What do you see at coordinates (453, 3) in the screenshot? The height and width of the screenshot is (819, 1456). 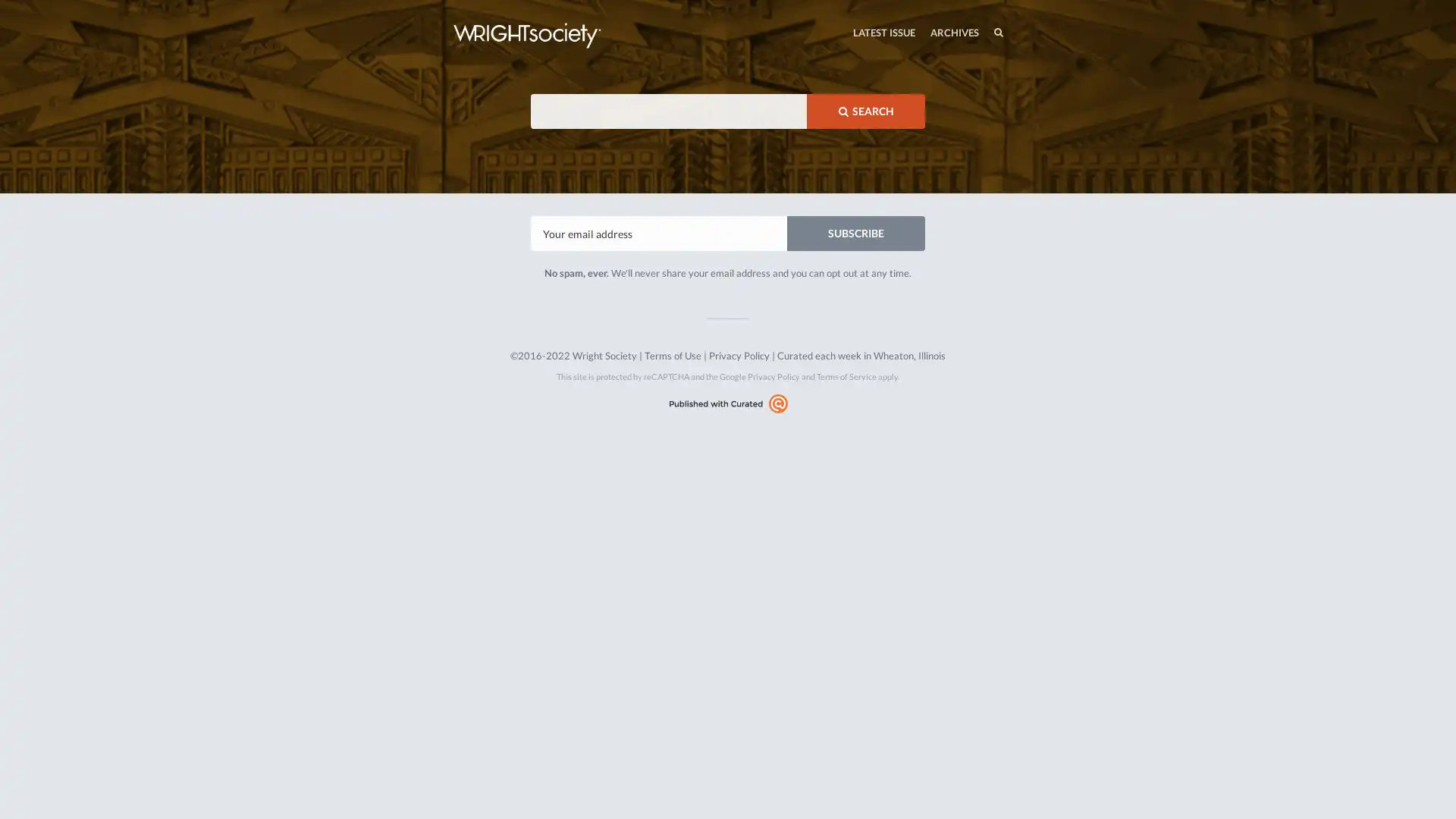 I see `TOGGLE MENU` at bounding box center [453, 3].